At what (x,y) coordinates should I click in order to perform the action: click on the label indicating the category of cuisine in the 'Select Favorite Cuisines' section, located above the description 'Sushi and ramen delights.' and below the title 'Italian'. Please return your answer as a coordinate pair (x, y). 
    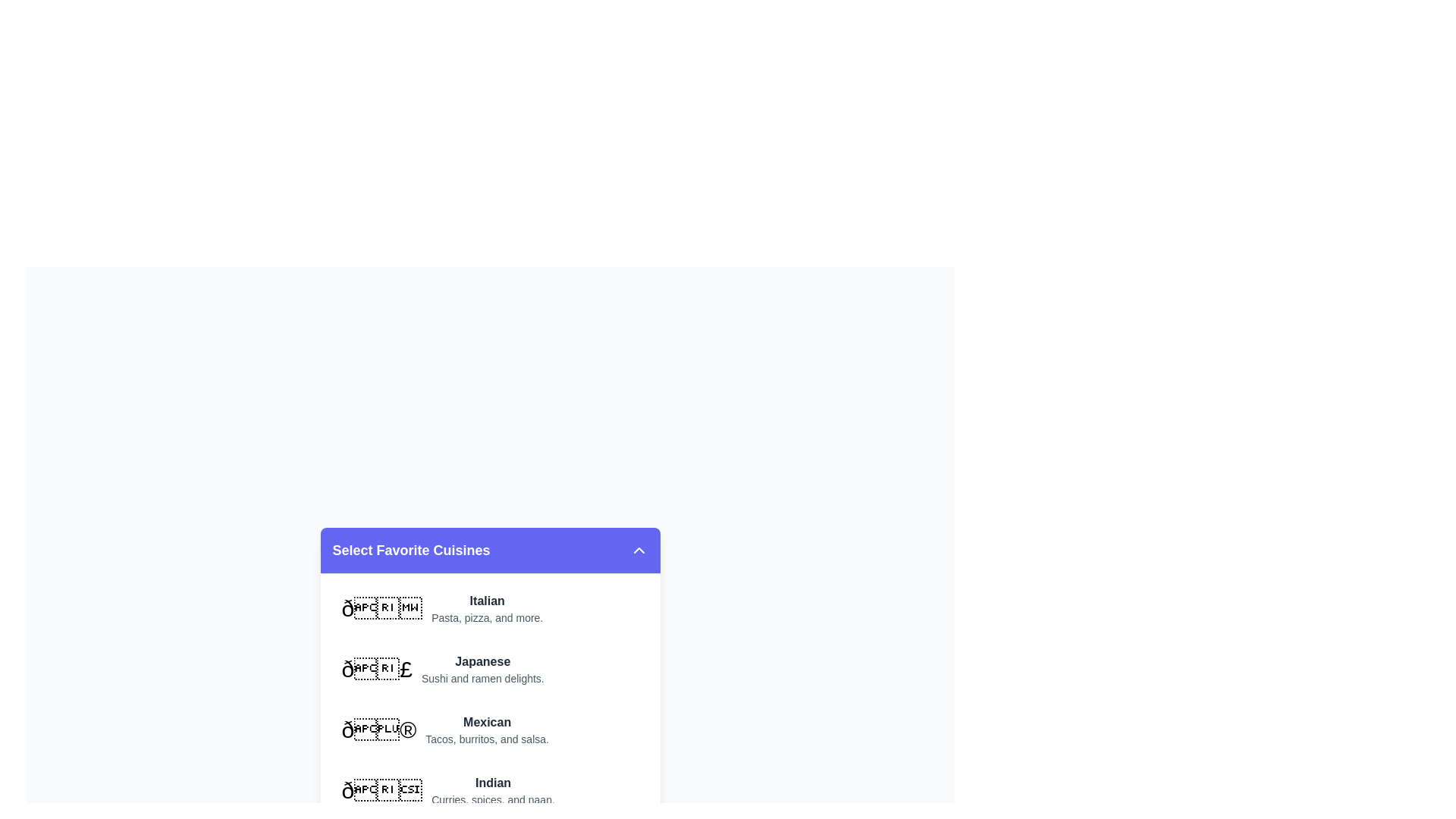
    Looking at the image, I should click on (482, 661).